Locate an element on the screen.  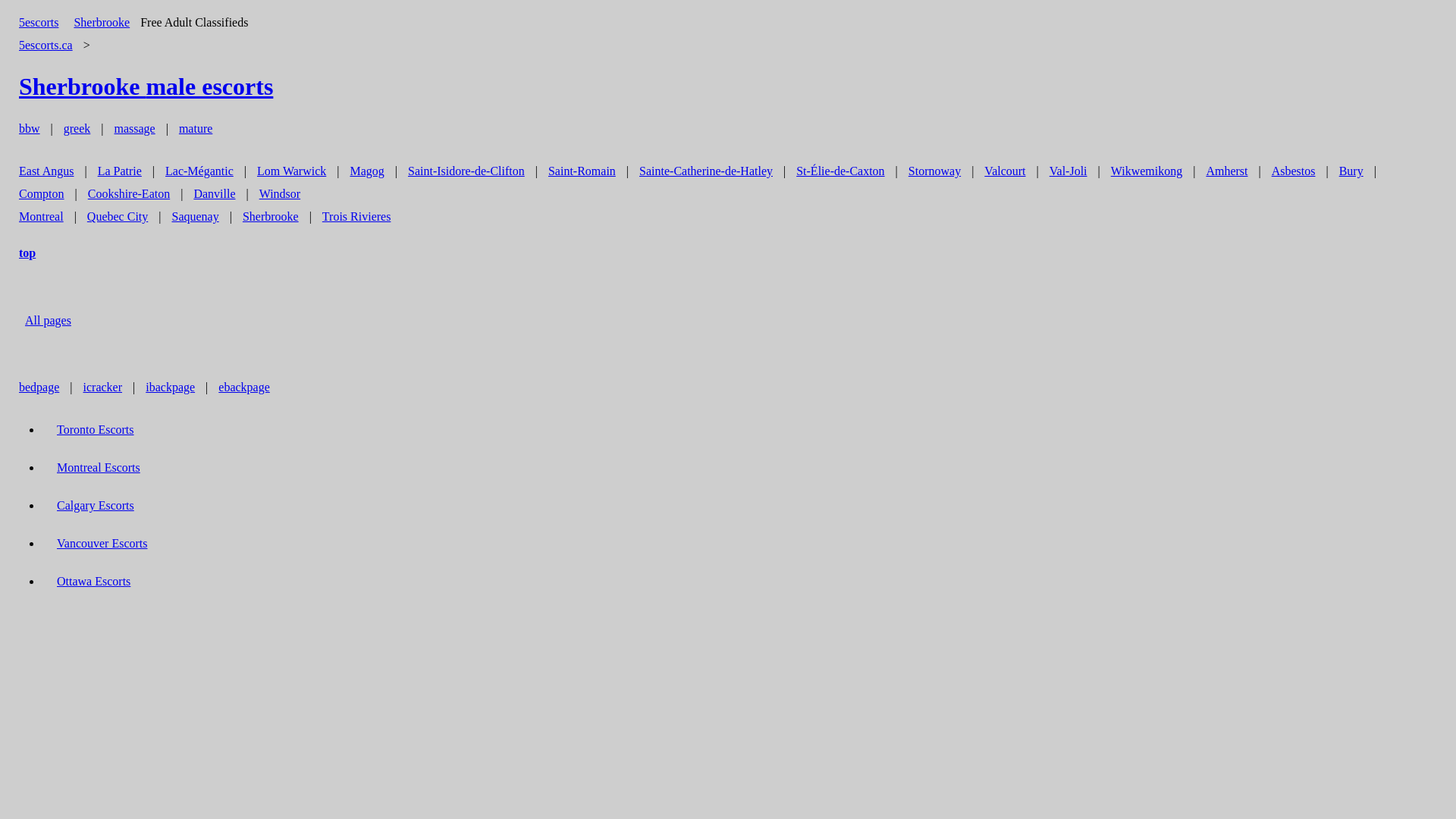
'bbw' is located at coordinates (11, 127).